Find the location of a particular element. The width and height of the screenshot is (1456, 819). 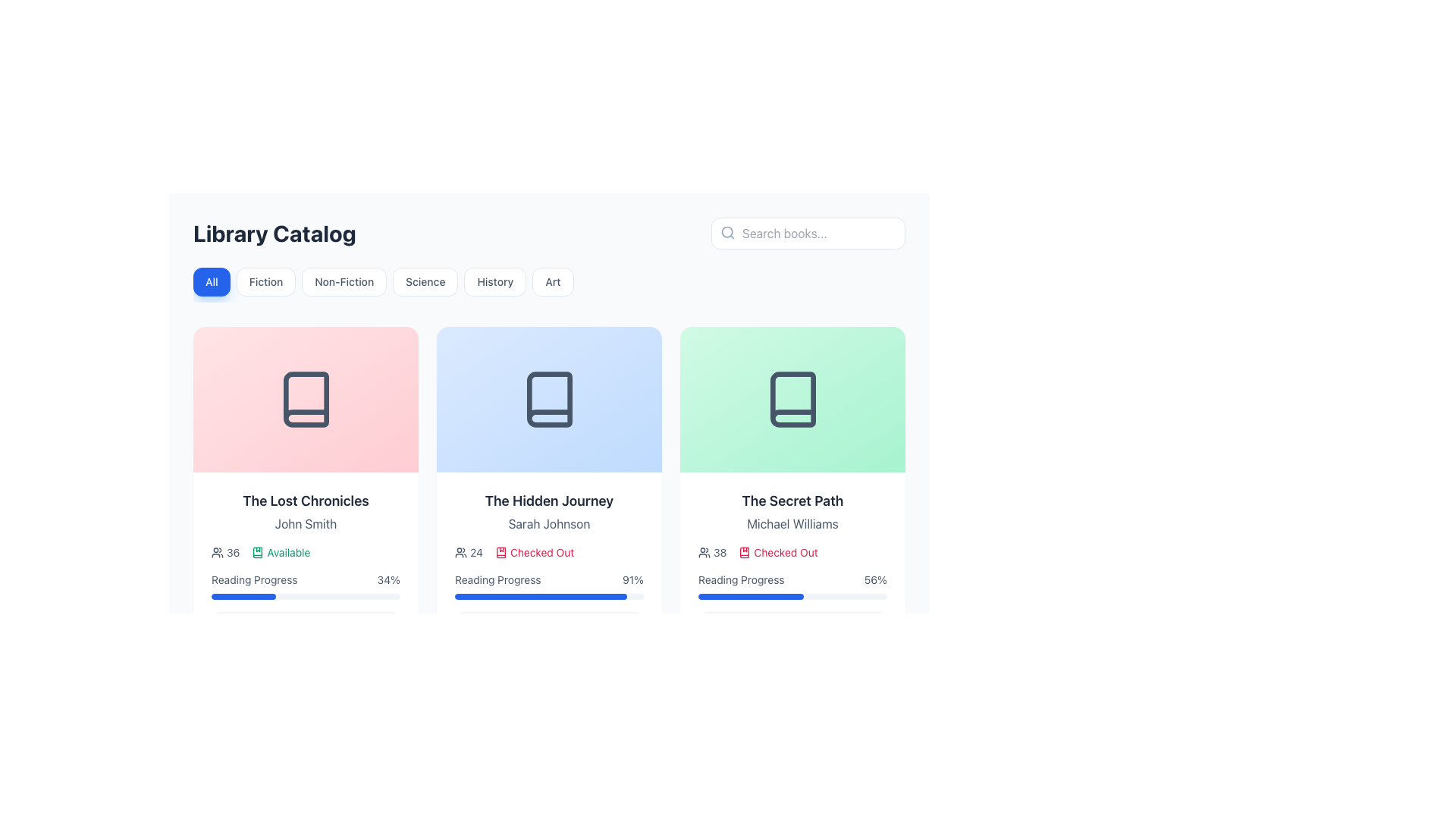

the information displayed by the text-and-icon component representing a count of users, located in the first card below 'The Lost Chronicles' is located at coordinates (224, 553).